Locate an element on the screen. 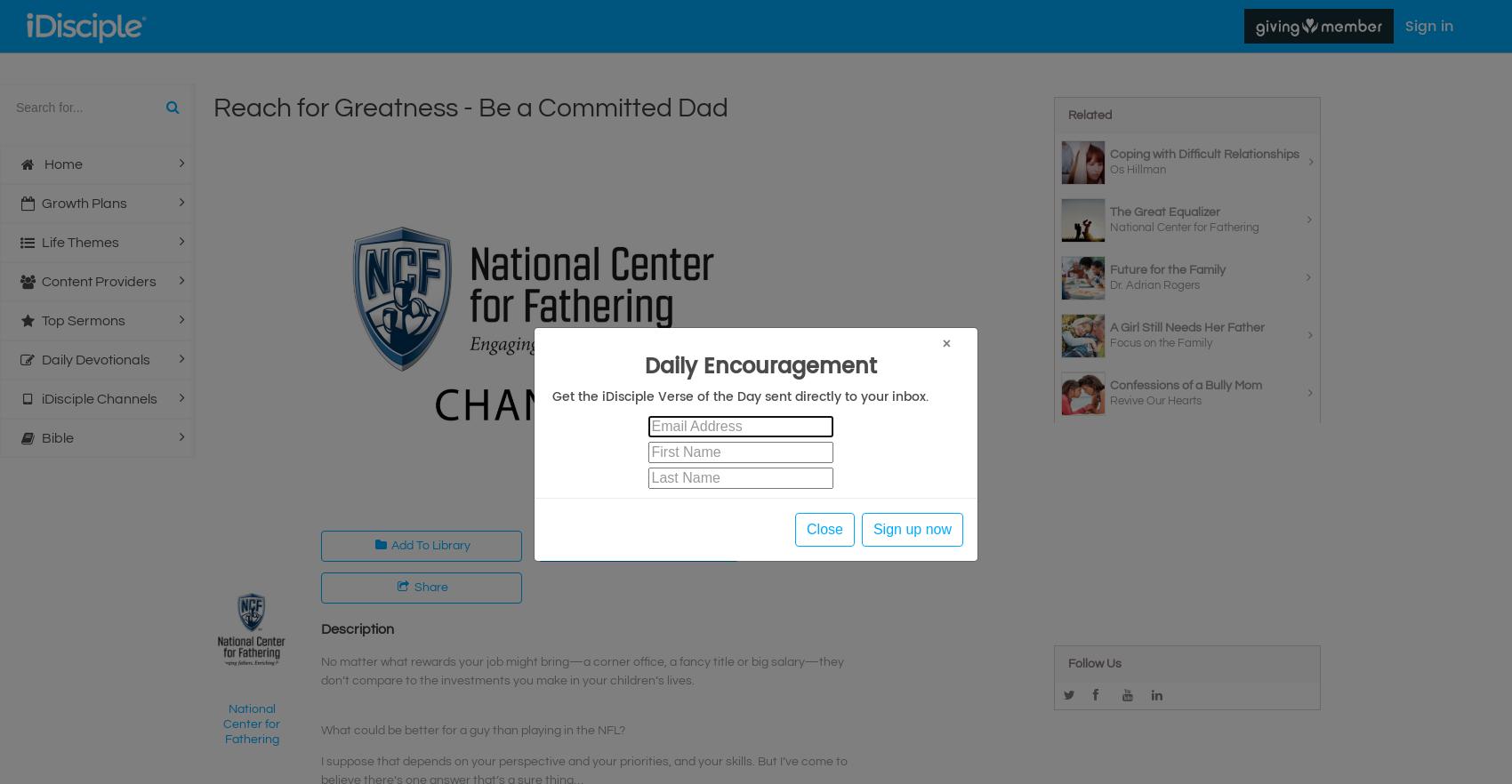 This screenshot has width=1512, height=784. ';' is located at coordinates (0, 10).